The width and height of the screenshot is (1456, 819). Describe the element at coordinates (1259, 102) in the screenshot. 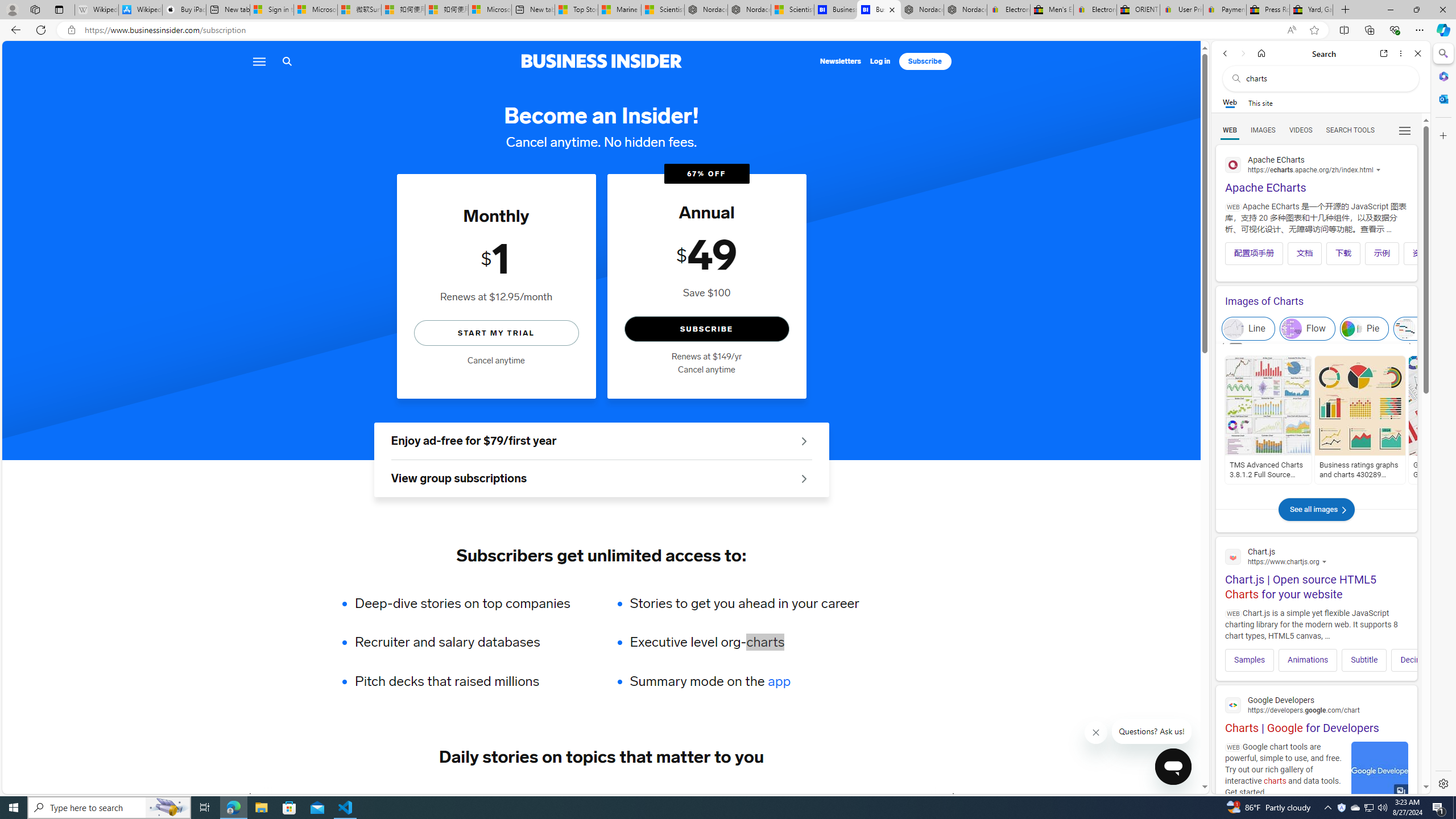

I see `'This site scope'` at that location.